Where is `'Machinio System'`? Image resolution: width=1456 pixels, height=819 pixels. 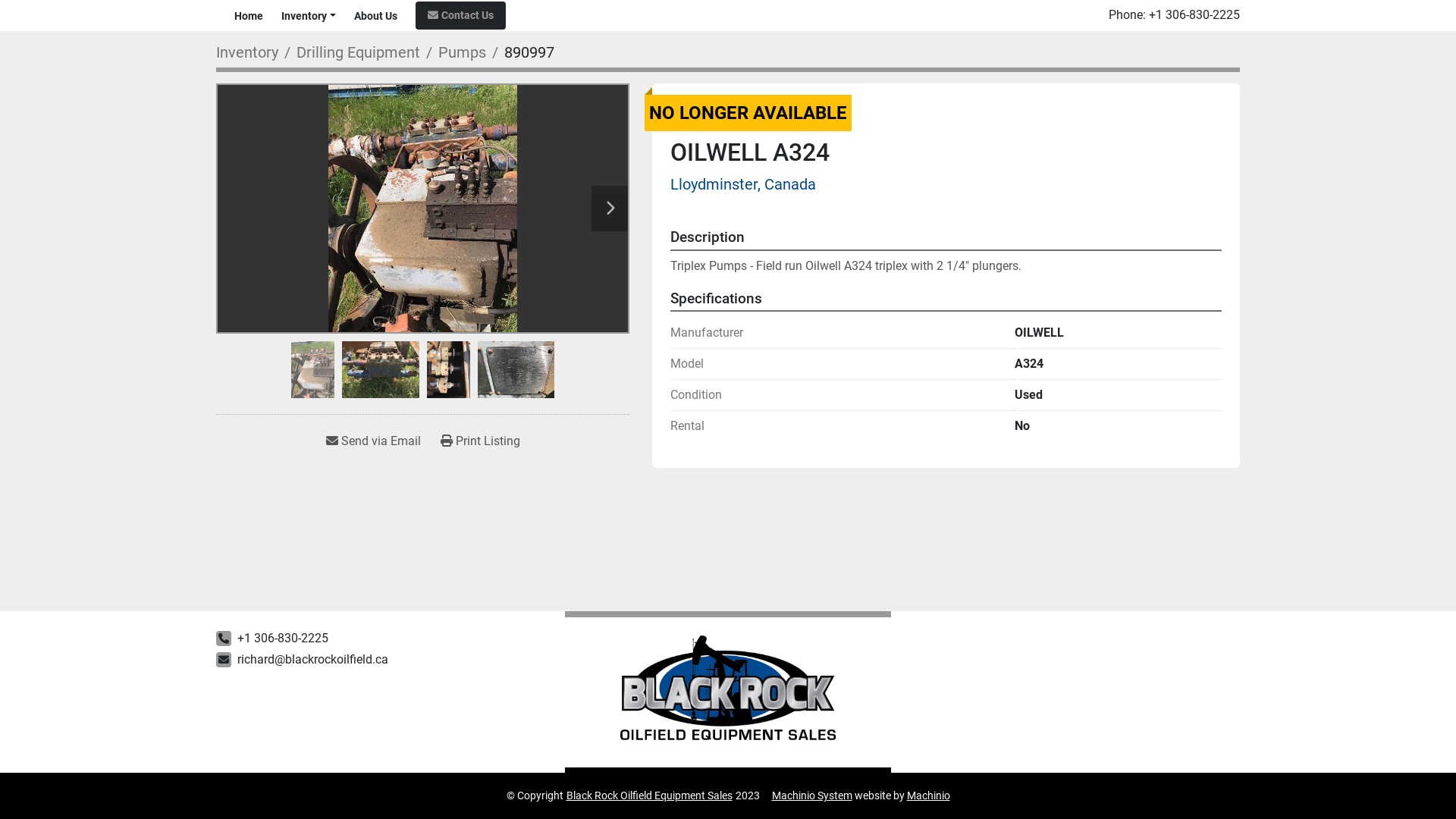 'Machinio System' is located at coordinates (771, 795).